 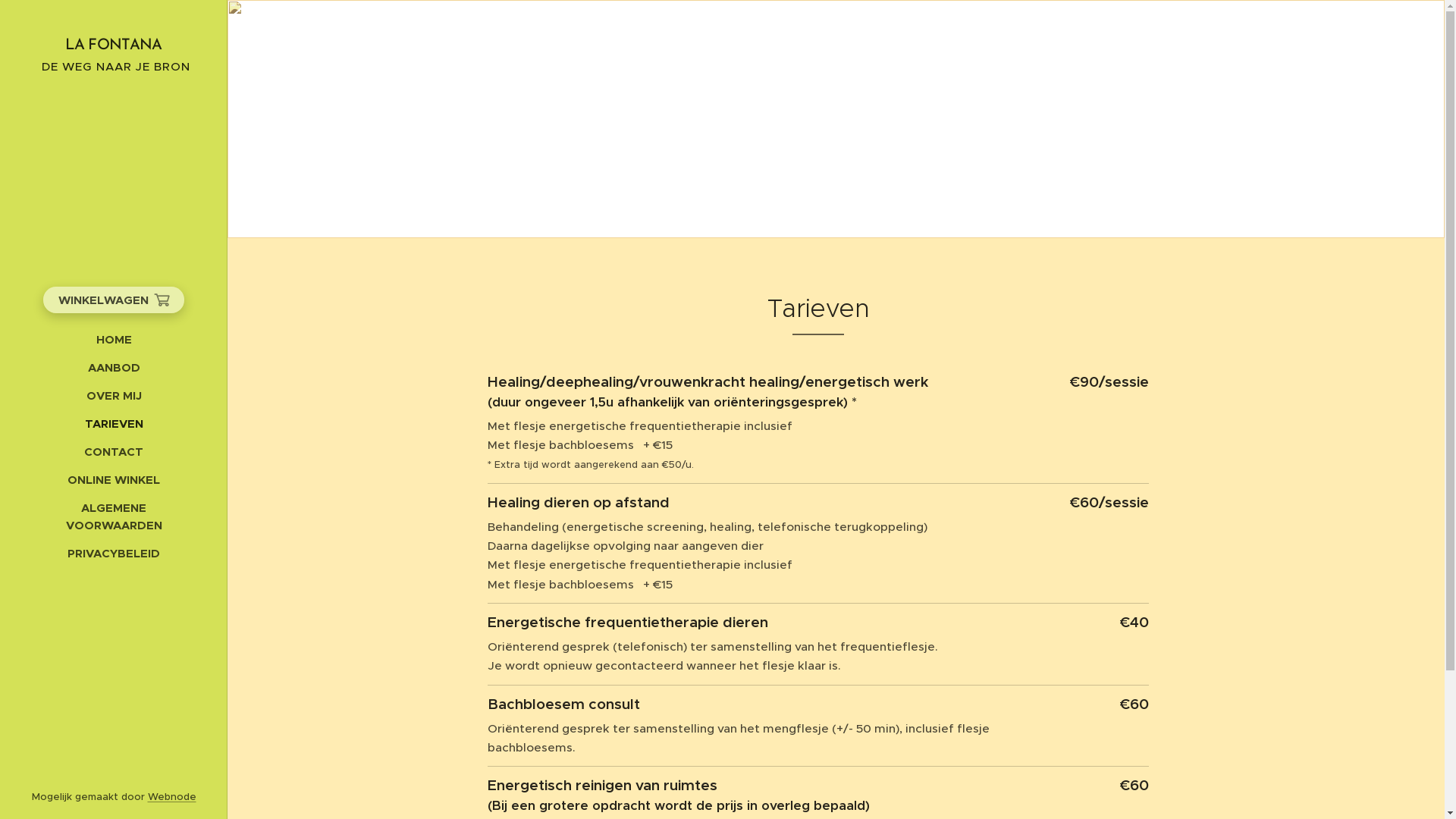 What do you see at coordinates (112, 423) in the screenshot?
I see `'TARIEVEN'` at bounding box center [112, 423].